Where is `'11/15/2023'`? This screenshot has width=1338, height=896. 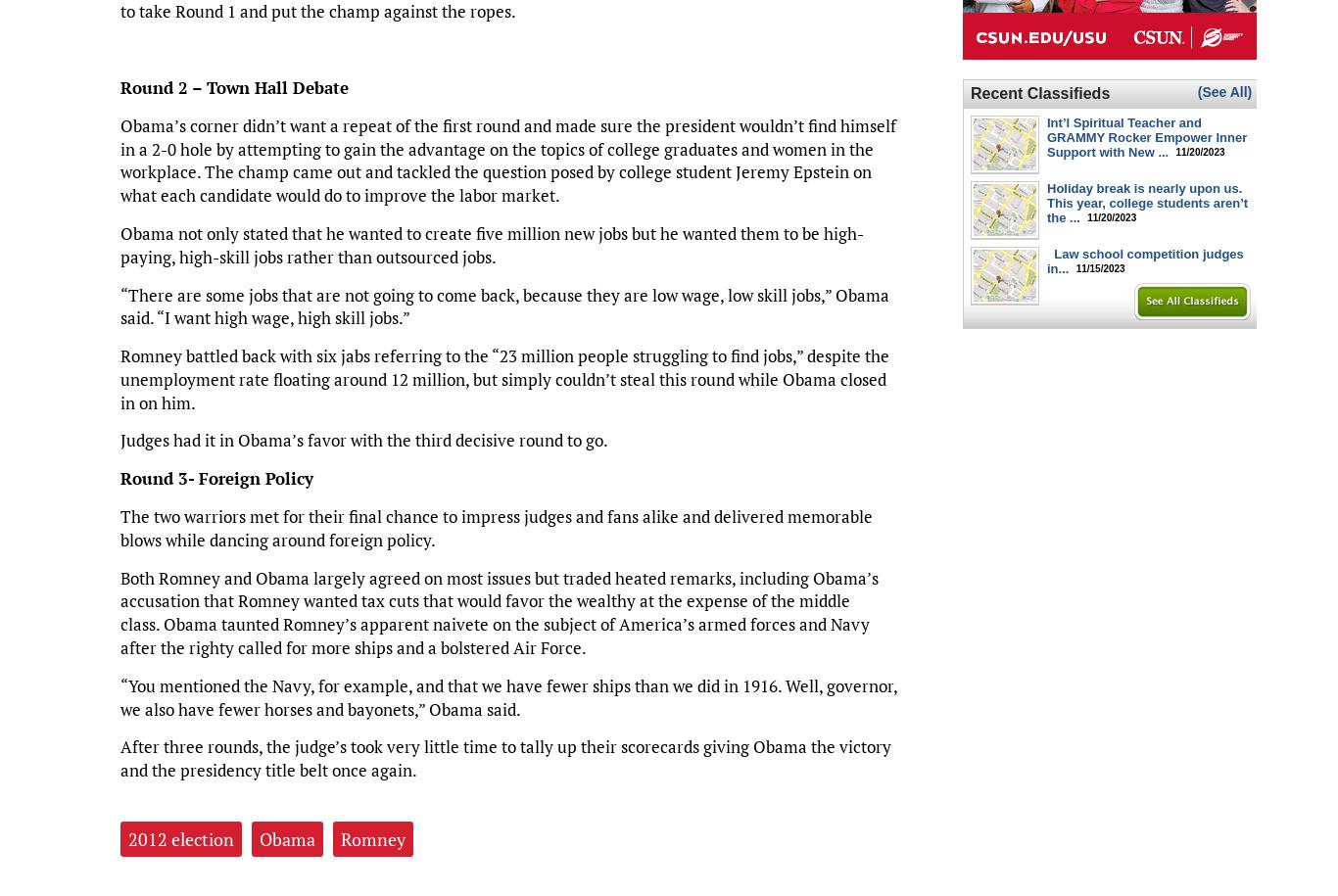
'11/15/2023' is located at coordinates (1074, 266).